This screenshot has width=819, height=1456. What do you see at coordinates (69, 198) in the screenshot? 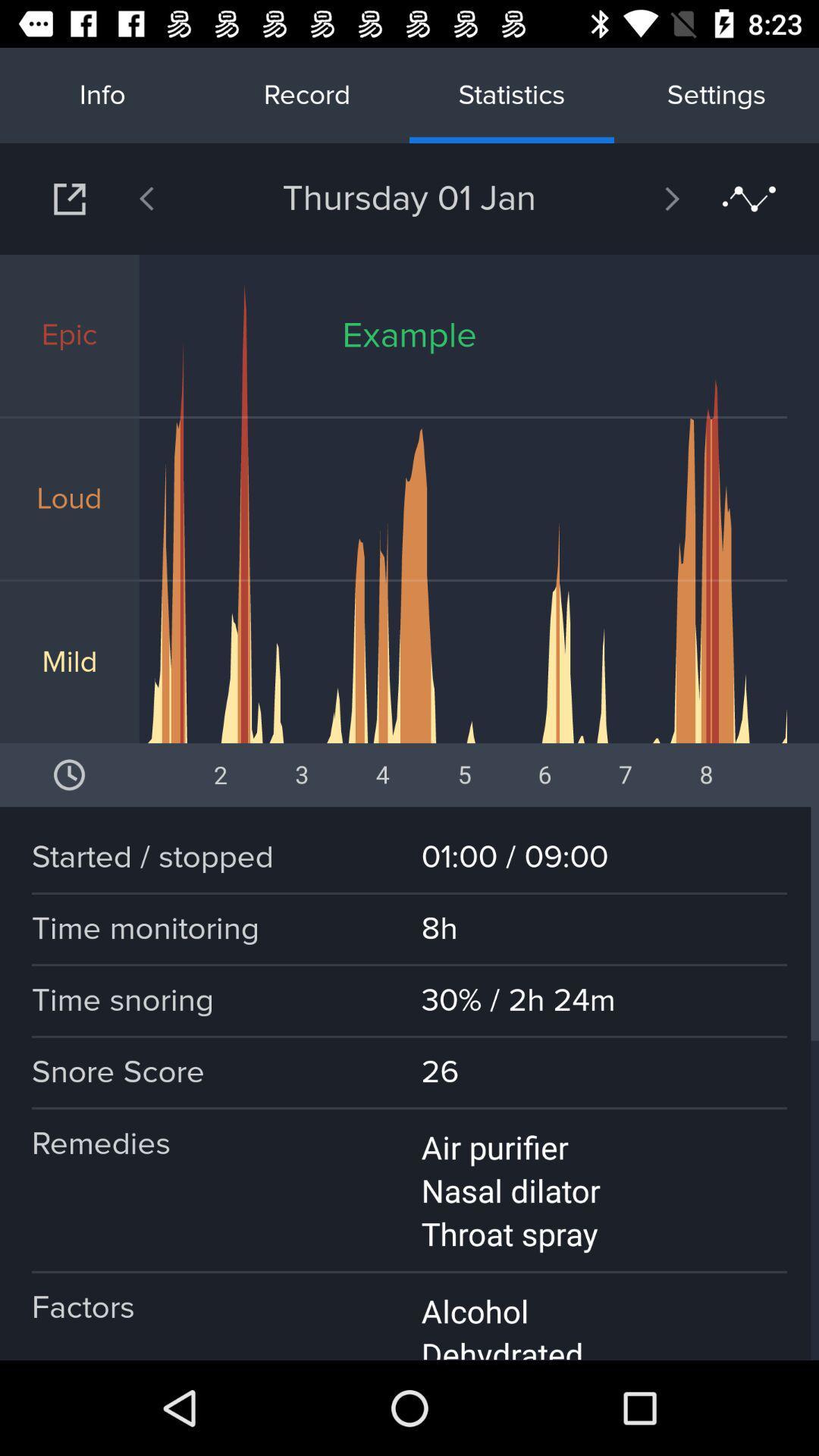
I see `para comprovar la pureza del aire` at bounding box center [69, 198].